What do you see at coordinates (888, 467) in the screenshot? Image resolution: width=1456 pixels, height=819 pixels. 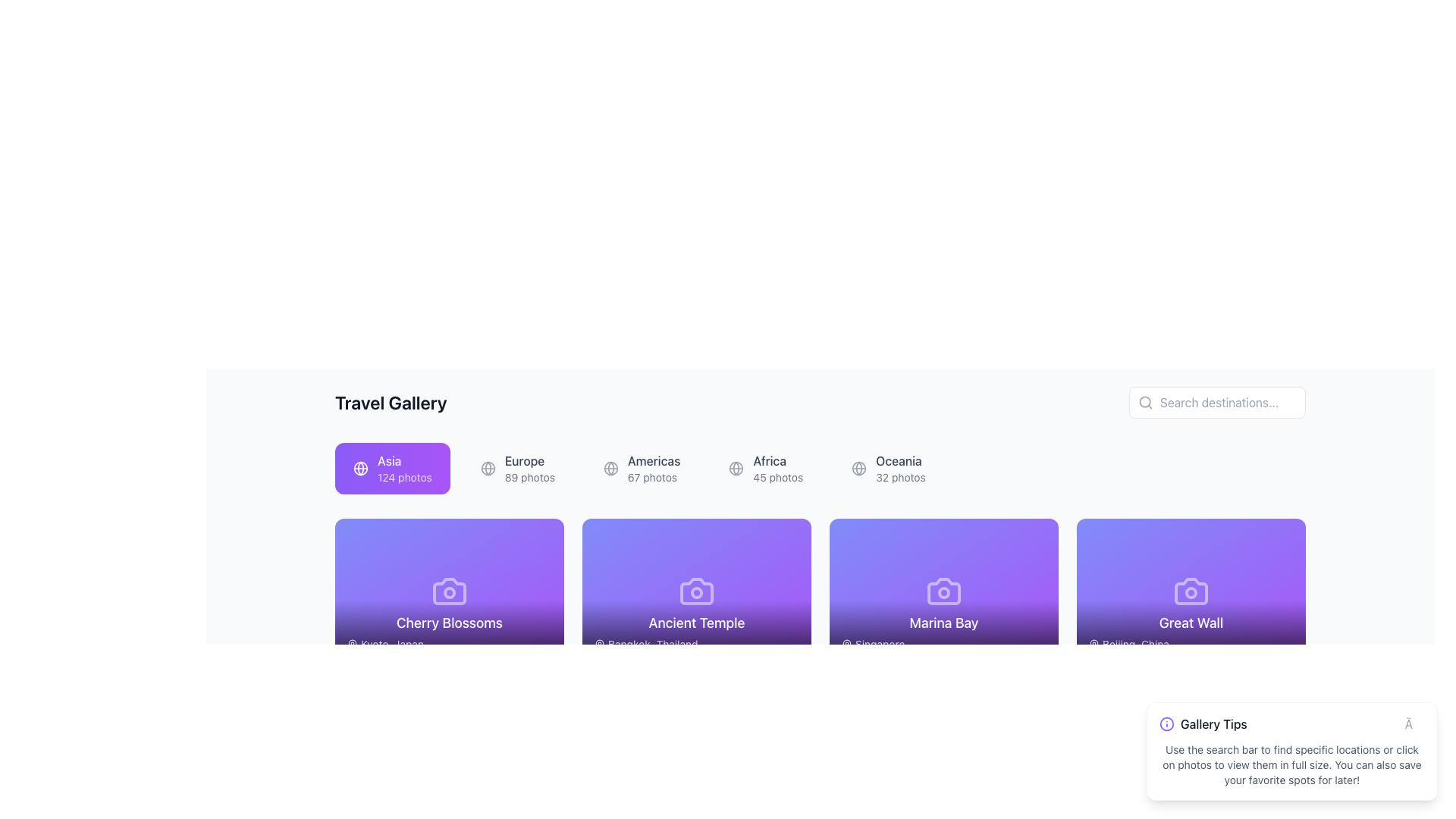 I see `the button labeled 'Oceania' with a globe icon, located at the far right of a horizontal row of buttons` at bounding box center [888, 467].